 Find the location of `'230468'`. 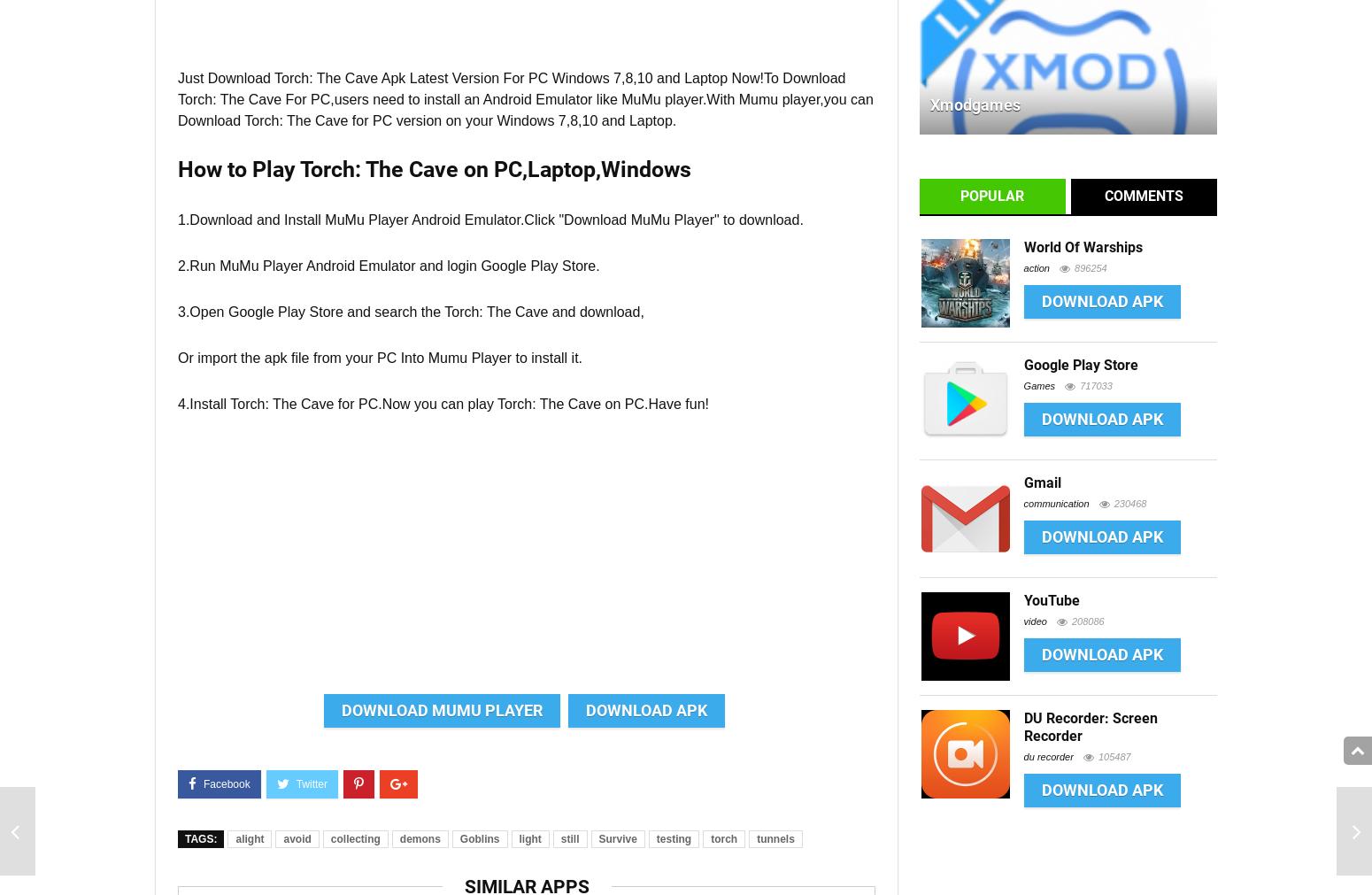

'230468' is located at coordinates (1129, 503).